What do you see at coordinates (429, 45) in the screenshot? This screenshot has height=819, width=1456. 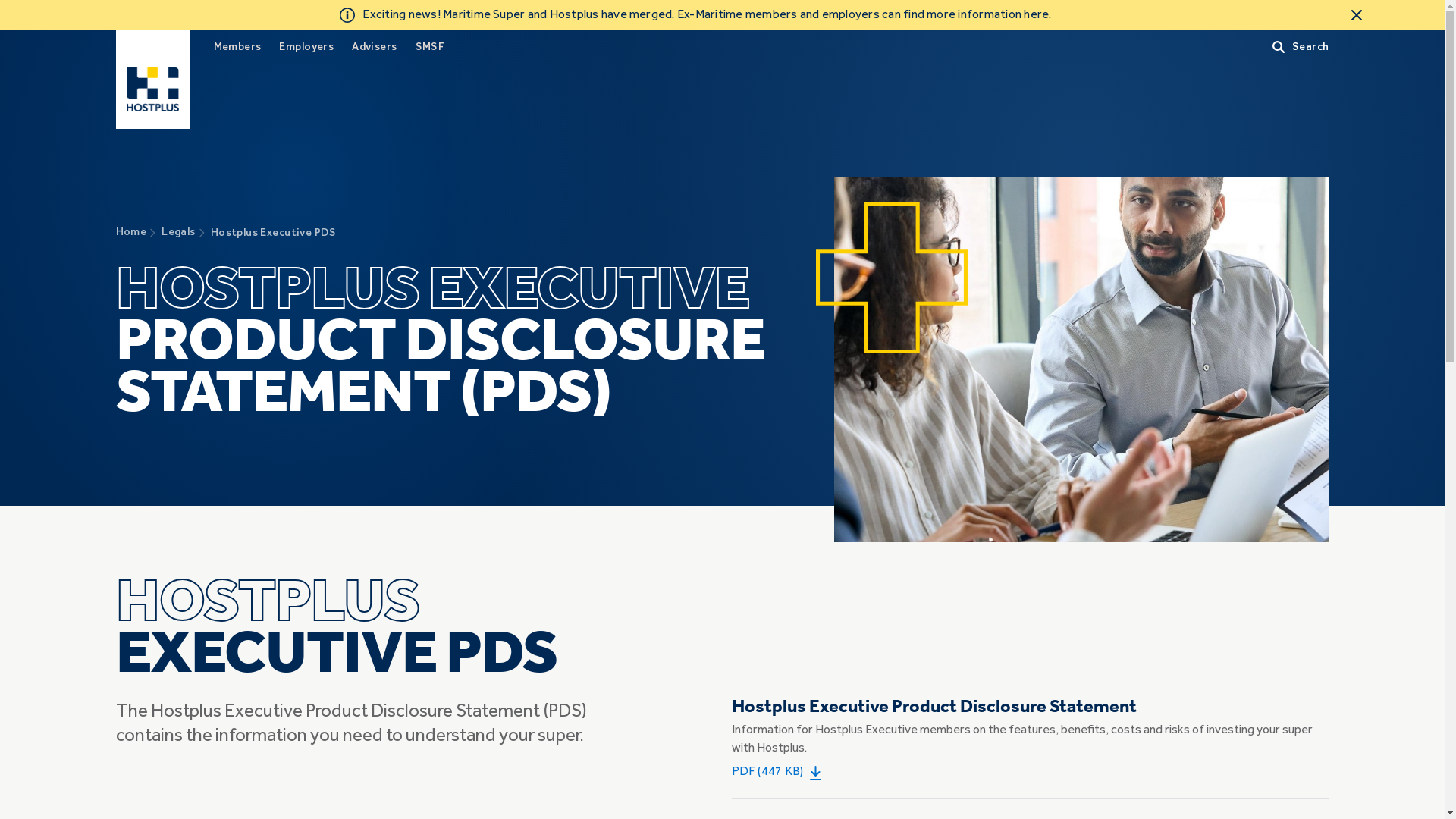 I see `'SMSF'` at bounding box center [429, 45].